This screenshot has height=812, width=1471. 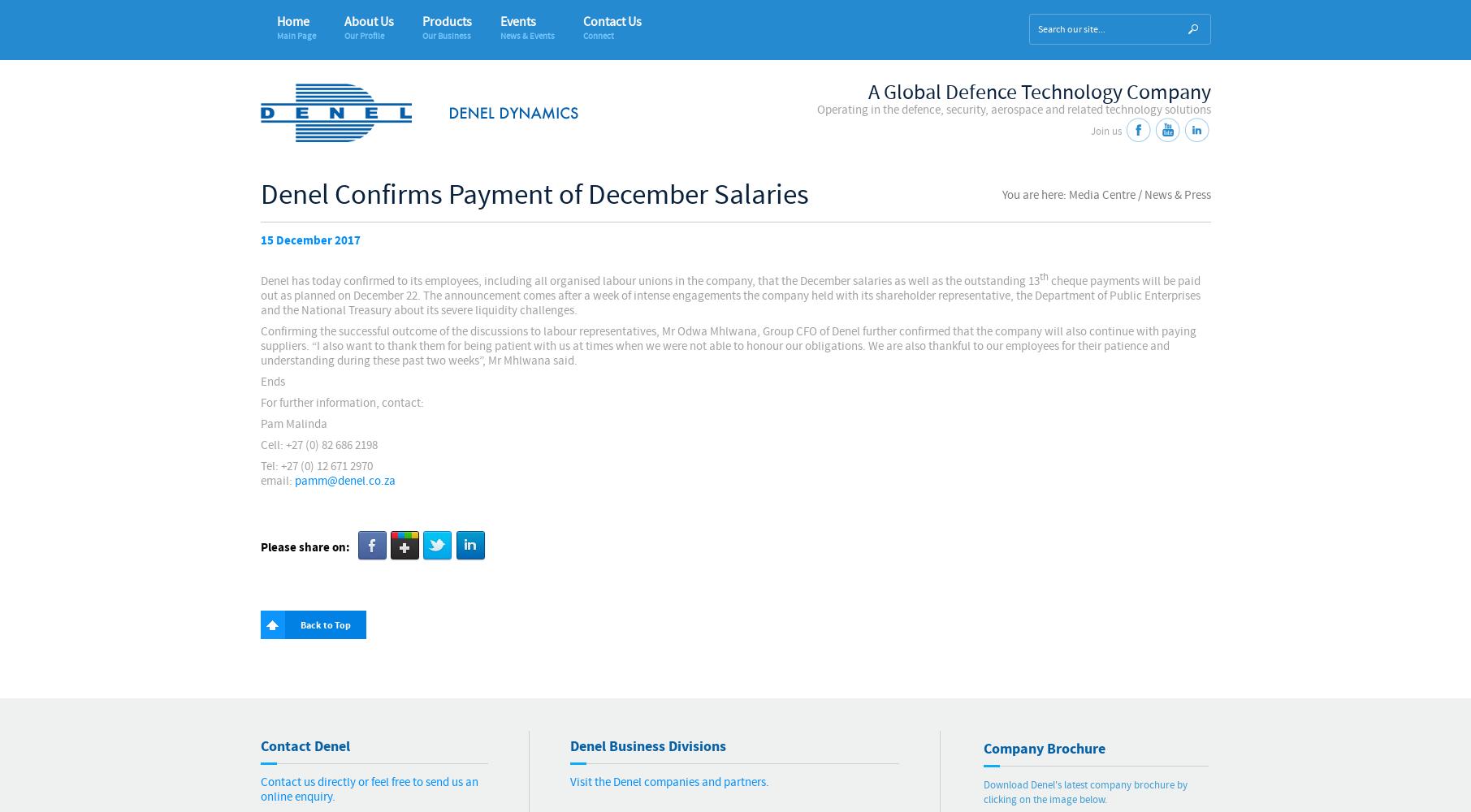 I want to click on 'Denel Business Divisions', so click(x=647, y=746).